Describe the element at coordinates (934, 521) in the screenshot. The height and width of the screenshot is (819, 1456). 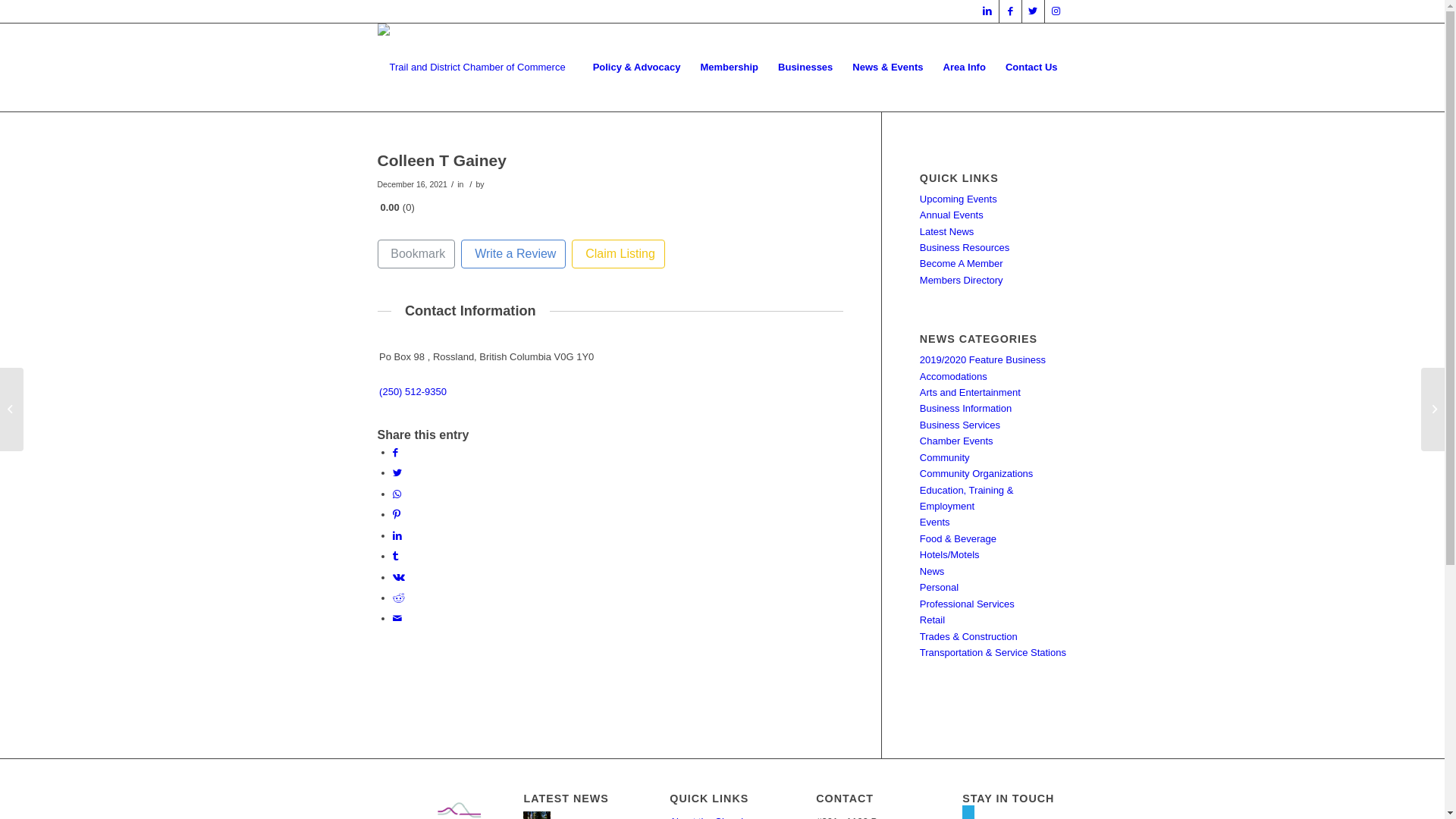
I see `'Events'` at that location.